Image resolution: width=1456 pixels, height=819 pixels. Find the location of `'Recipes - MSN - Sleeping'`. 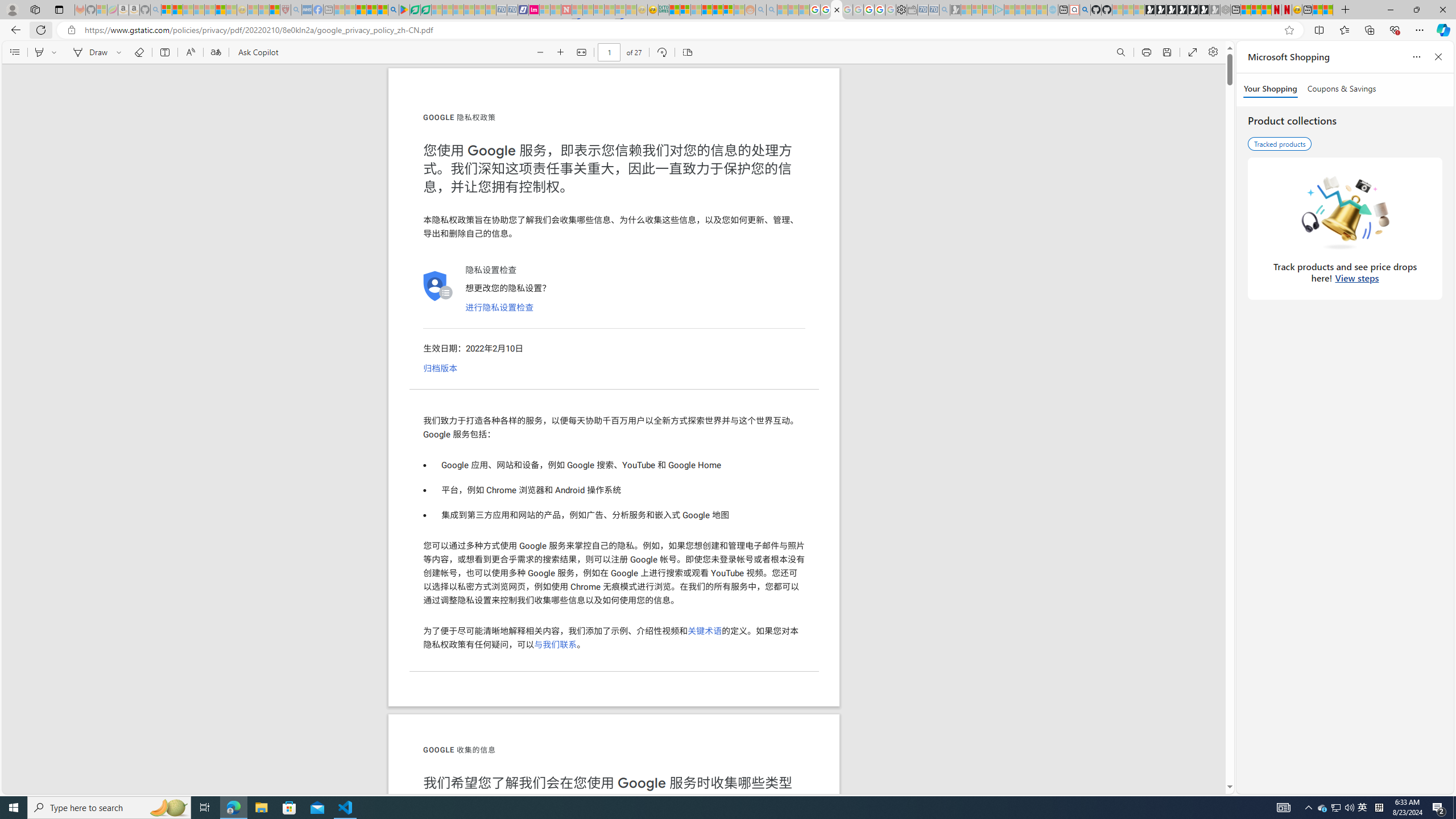

'Recipes - MSN - Sleeping' is located at coordinates (253, 9).